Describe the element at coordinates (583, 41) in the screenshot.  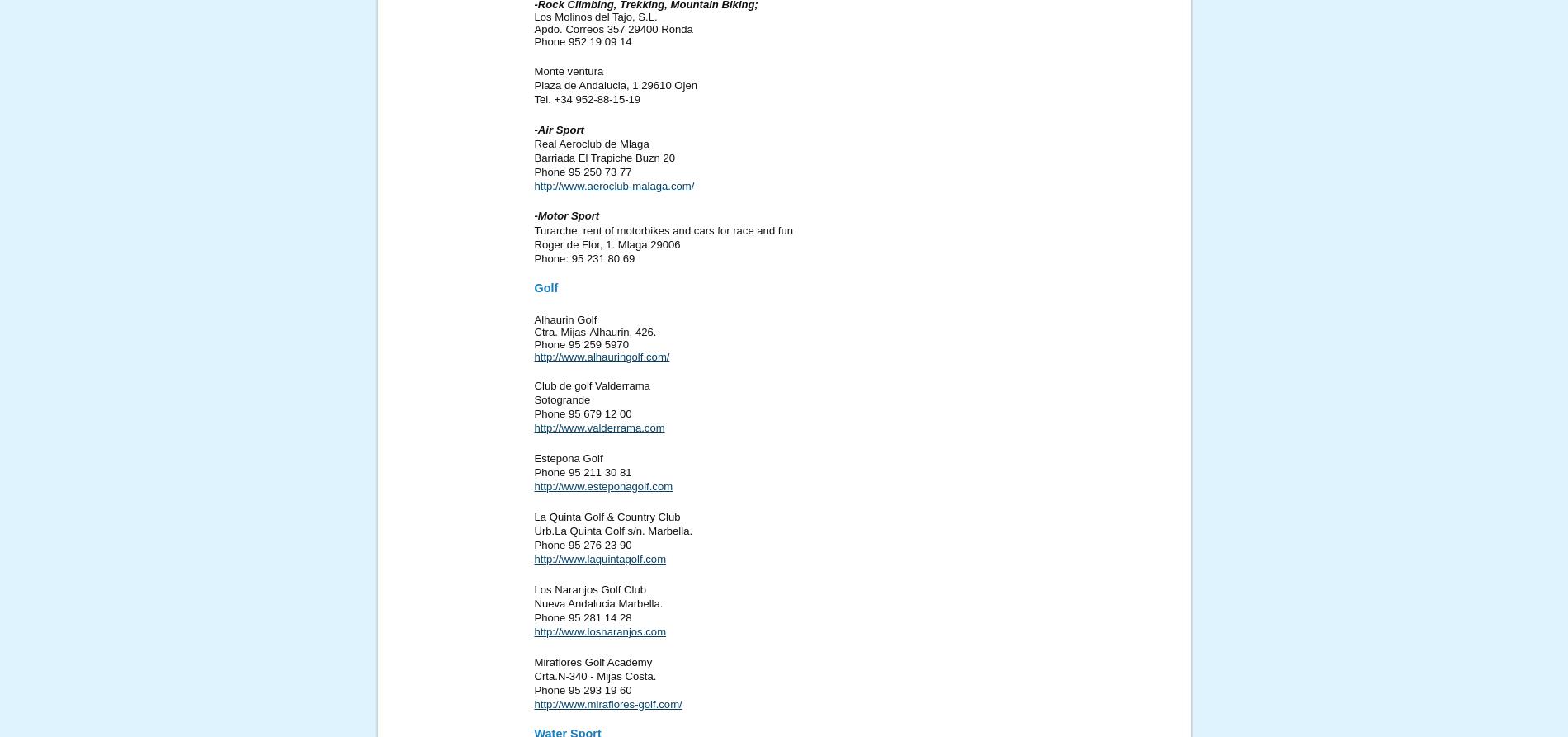
I see `'Phone 952 19 09 14'` at that location.